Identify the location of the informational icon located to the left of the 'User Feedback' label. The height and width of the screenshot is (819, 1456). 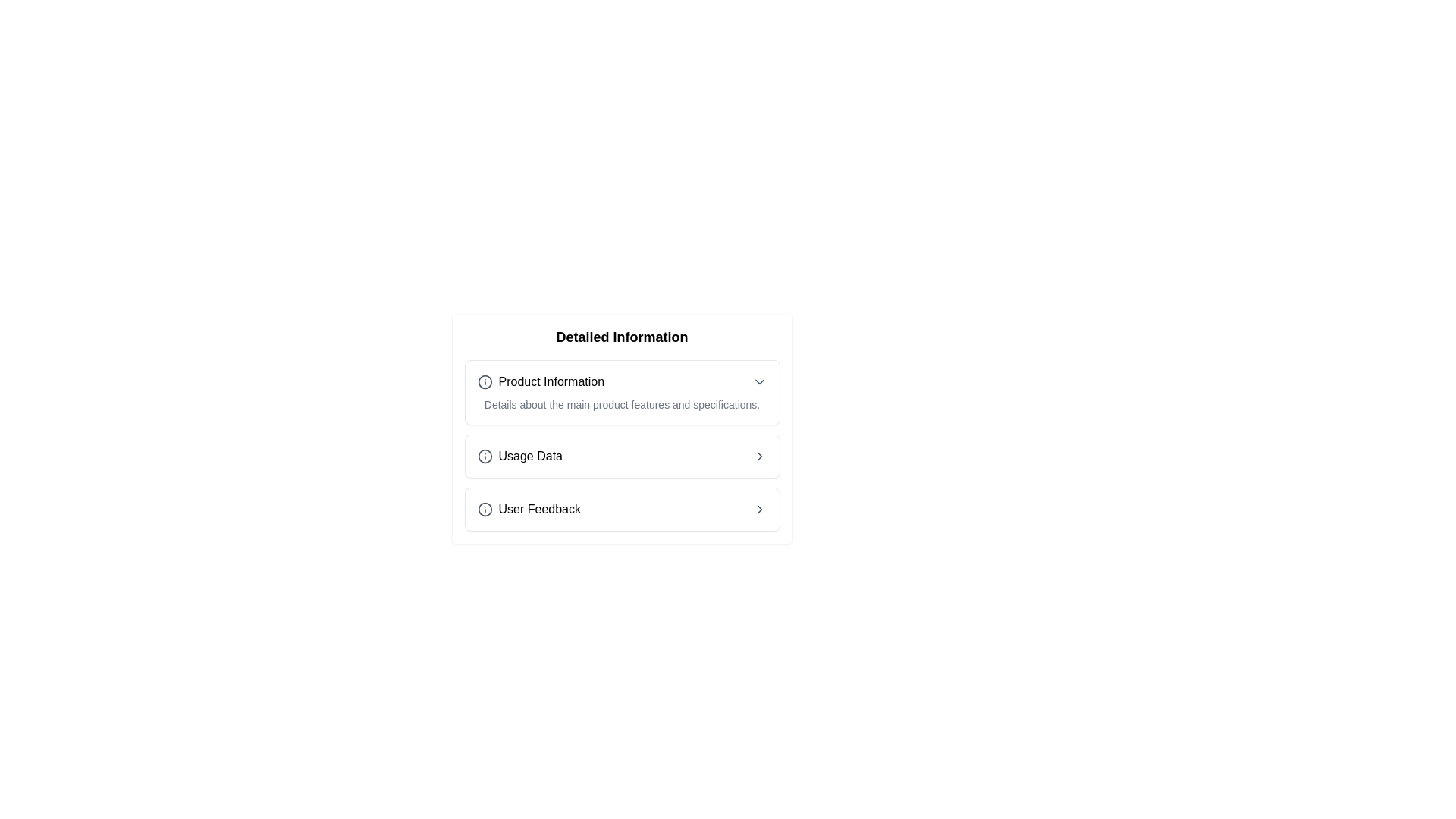
(484, 509).